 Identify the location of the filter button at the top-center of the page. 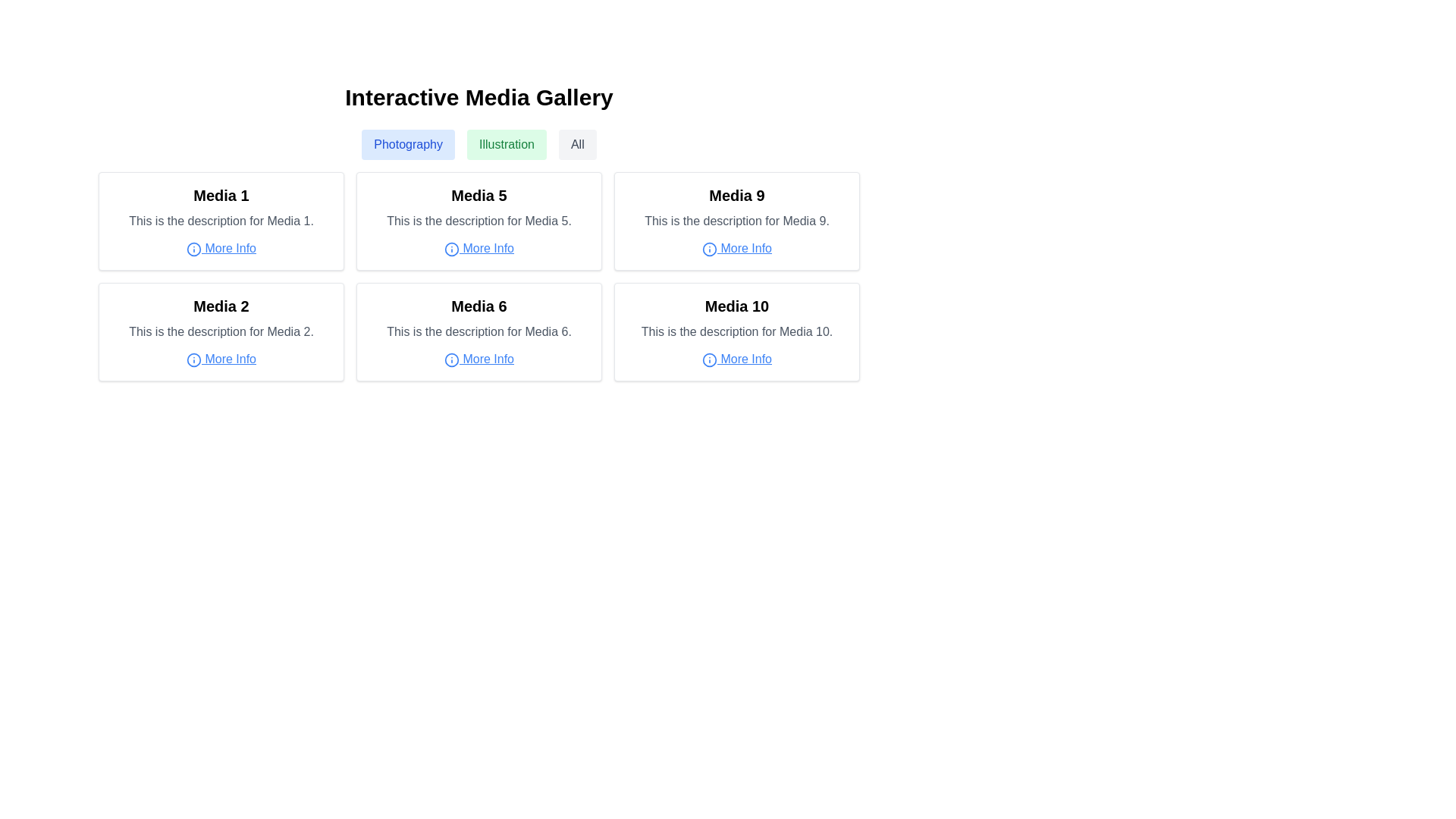
(408, 145).